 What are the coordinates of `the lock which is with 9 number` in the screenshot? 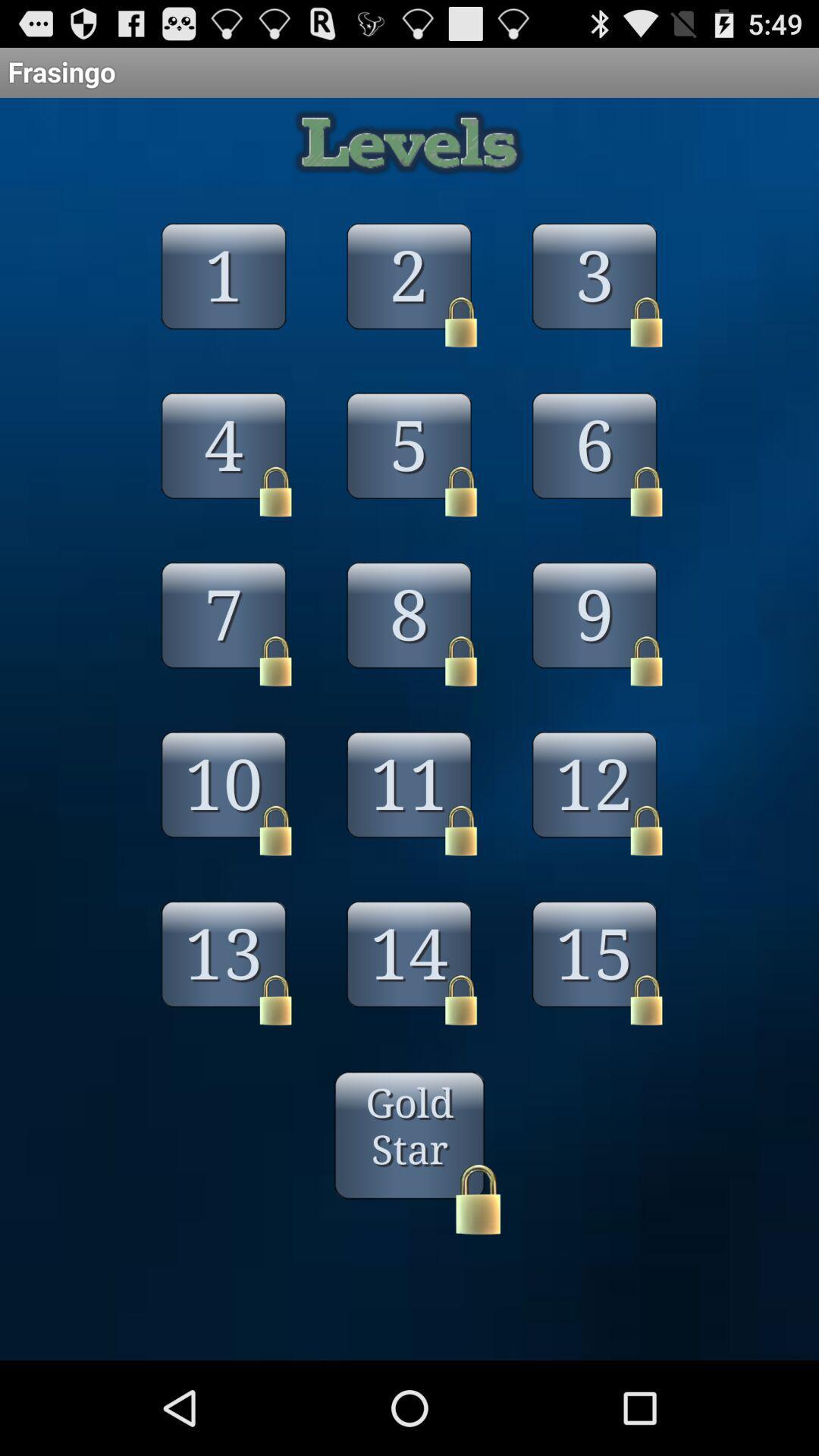 It's located at (646, 661).